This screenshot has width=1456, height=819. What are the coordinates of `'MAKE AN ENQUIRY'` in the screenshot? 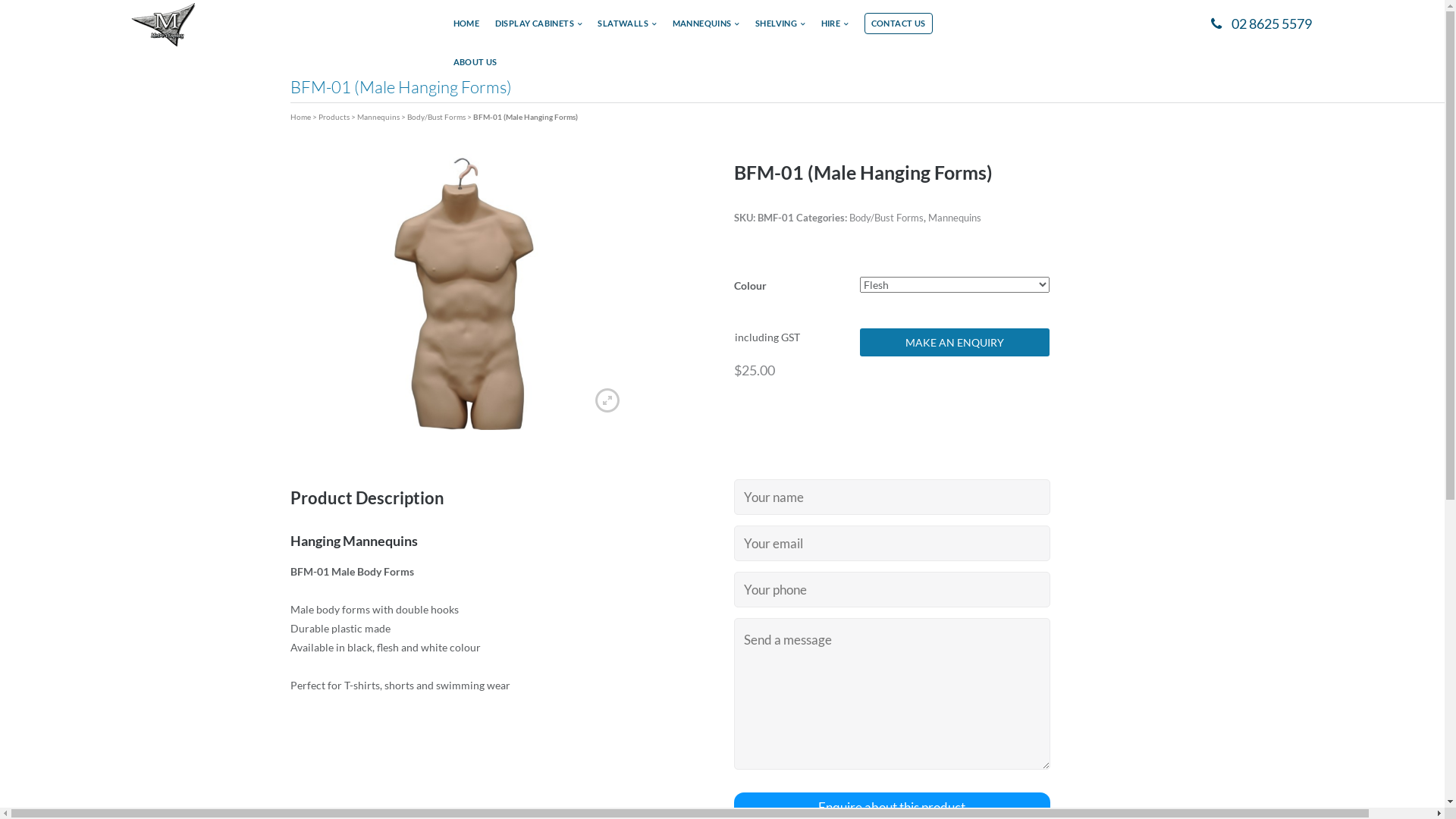 It's located at (953, 342).